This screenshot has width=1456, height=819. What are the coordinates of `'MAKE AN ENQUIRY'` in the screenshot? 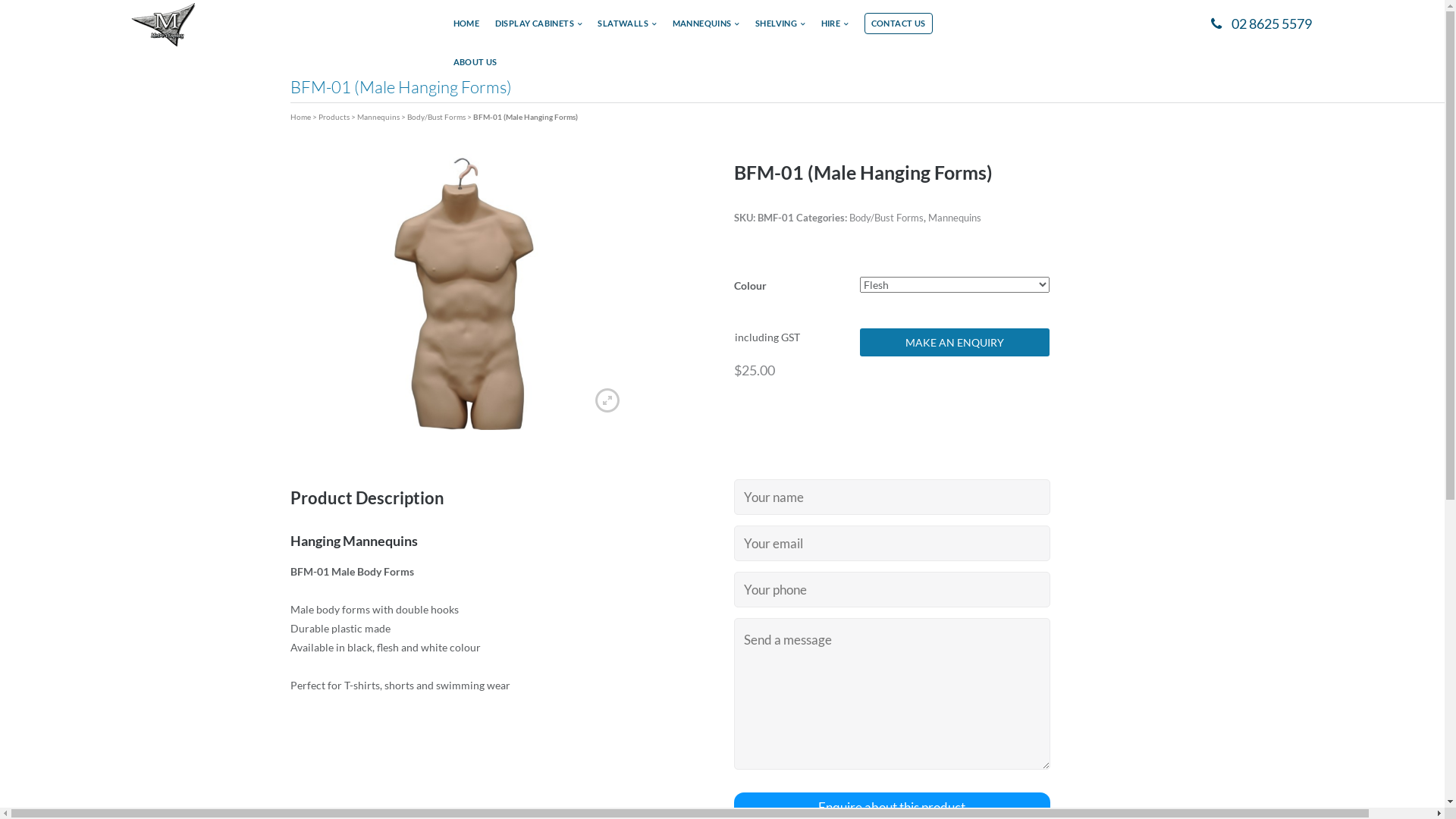 It's located at (953, 342).